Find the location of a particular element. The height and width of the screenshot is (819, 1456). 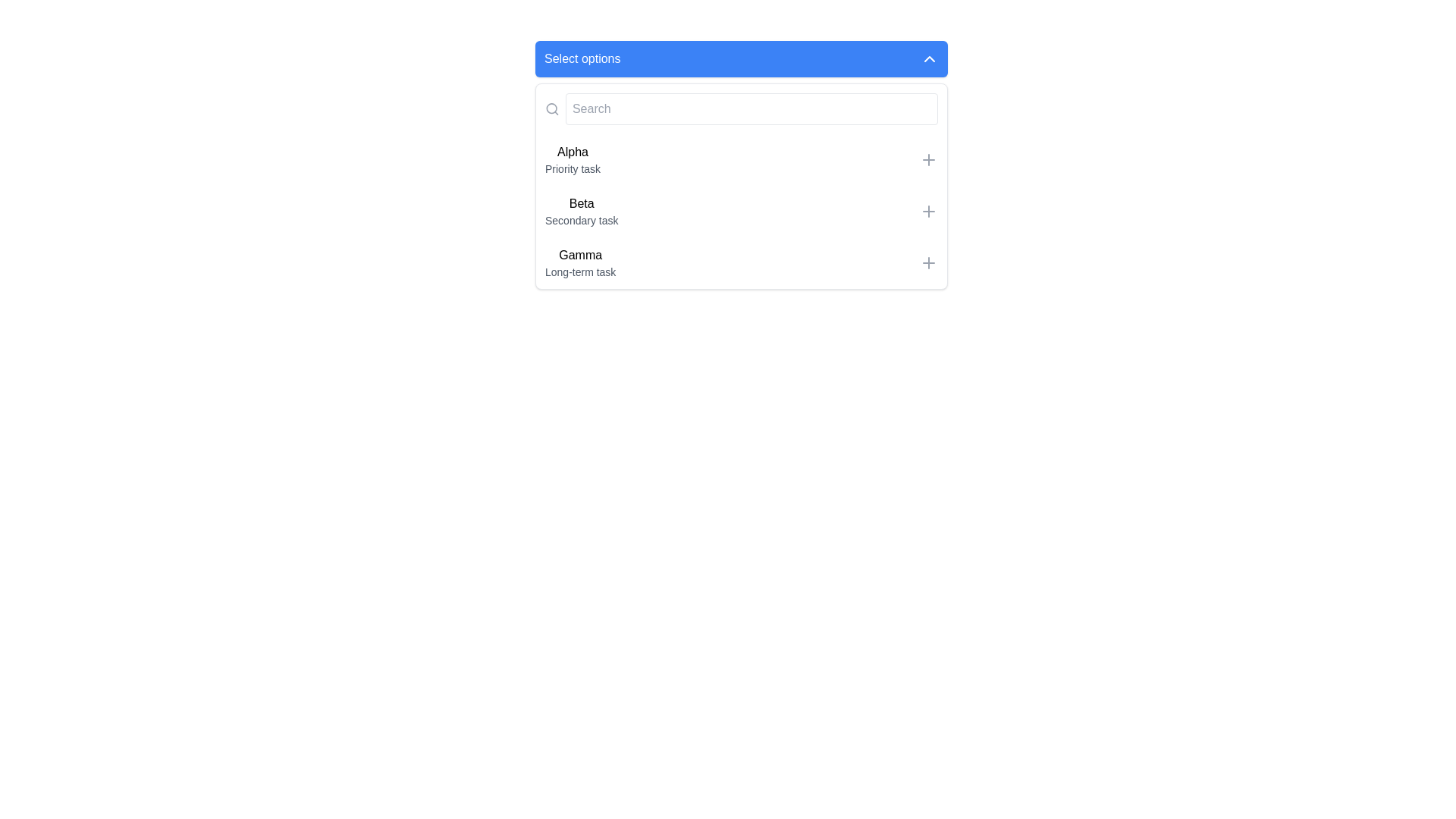

the 'Gamma' entry in the dropdown list is located at coordinates (742, 262).